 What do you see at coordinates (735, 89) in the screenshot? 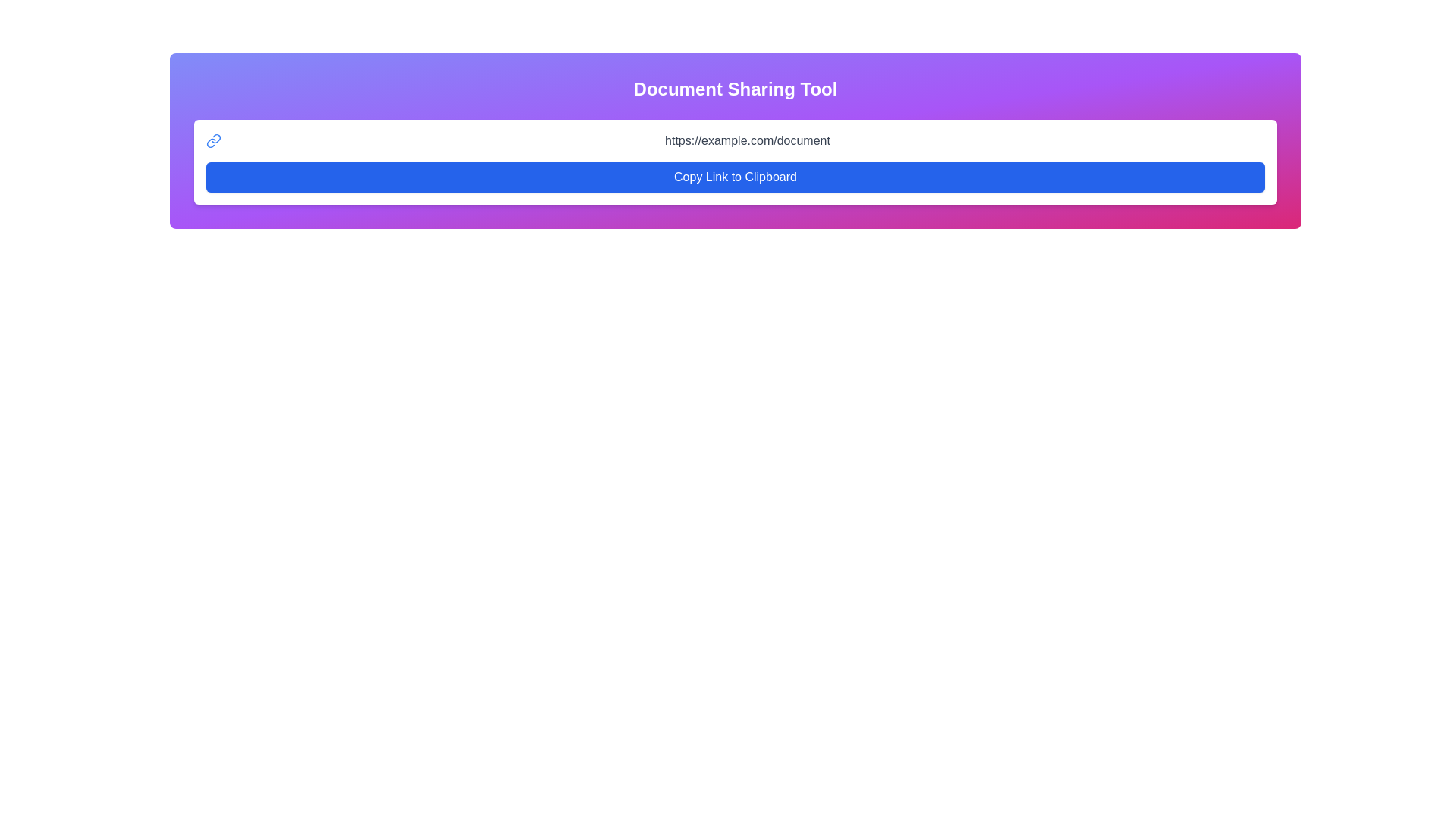
I see `text displayed in the header labeled 'Document Sharing Tool', which is styled in a bold, large font with a gradient background` at bounding box center [735, 89].